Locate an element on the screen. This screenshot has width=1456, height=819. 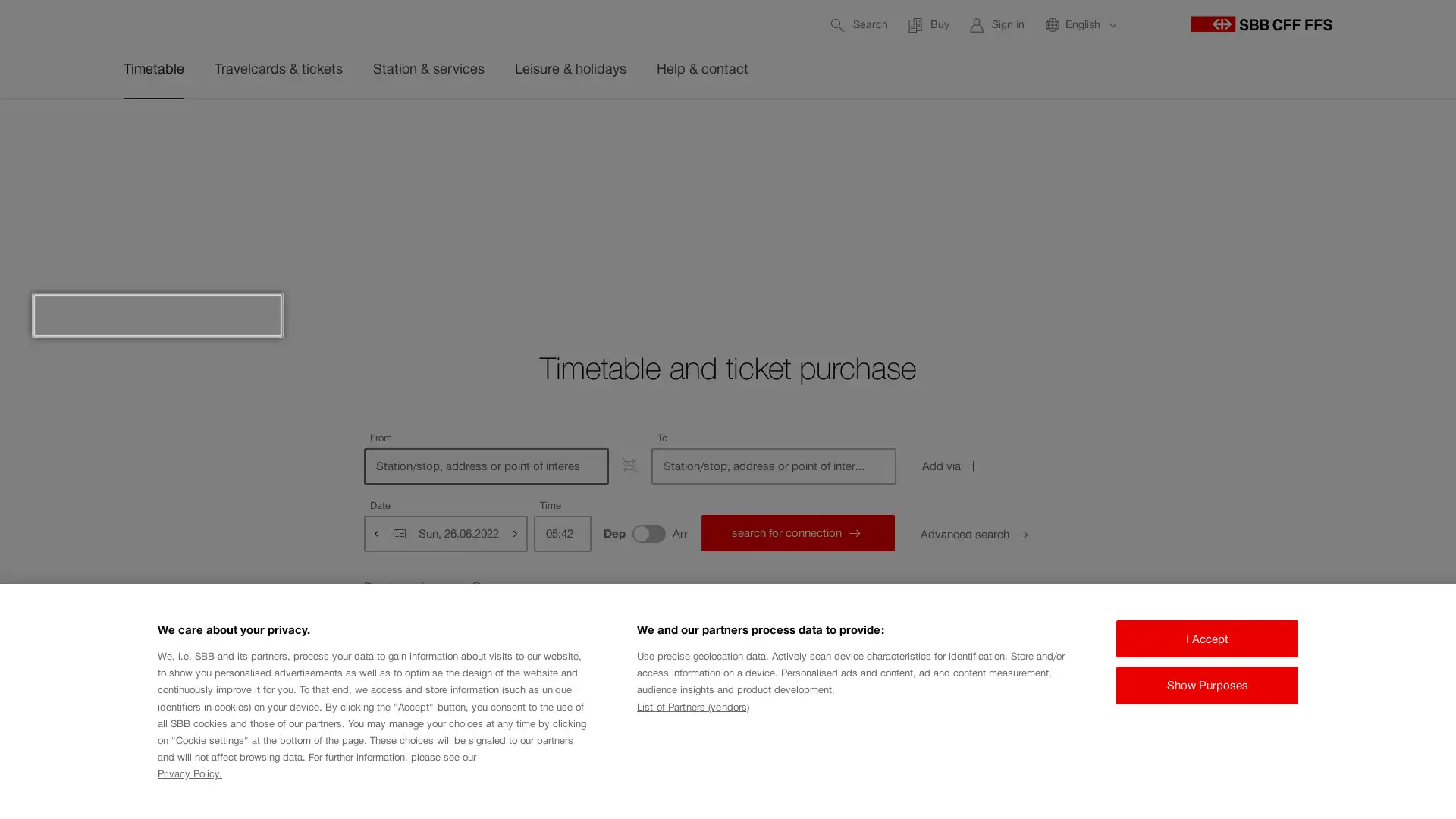
Close active menu item Timetable. is located at coordinates (1350, 133).